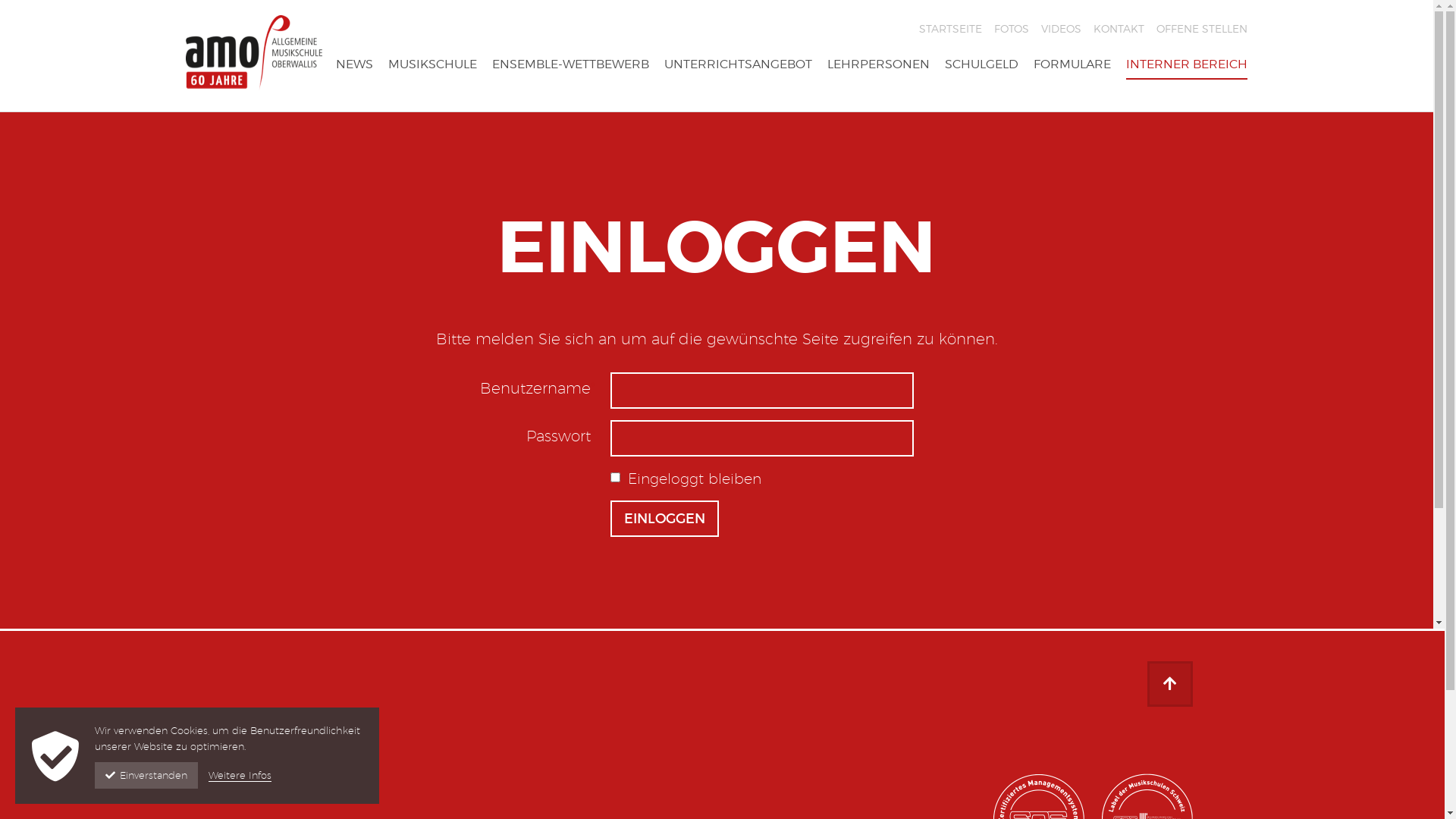 Image resolution: width=1456 pixels, height=819 pixels. I want to click on 'STARTSEITE', so click(949, 29).